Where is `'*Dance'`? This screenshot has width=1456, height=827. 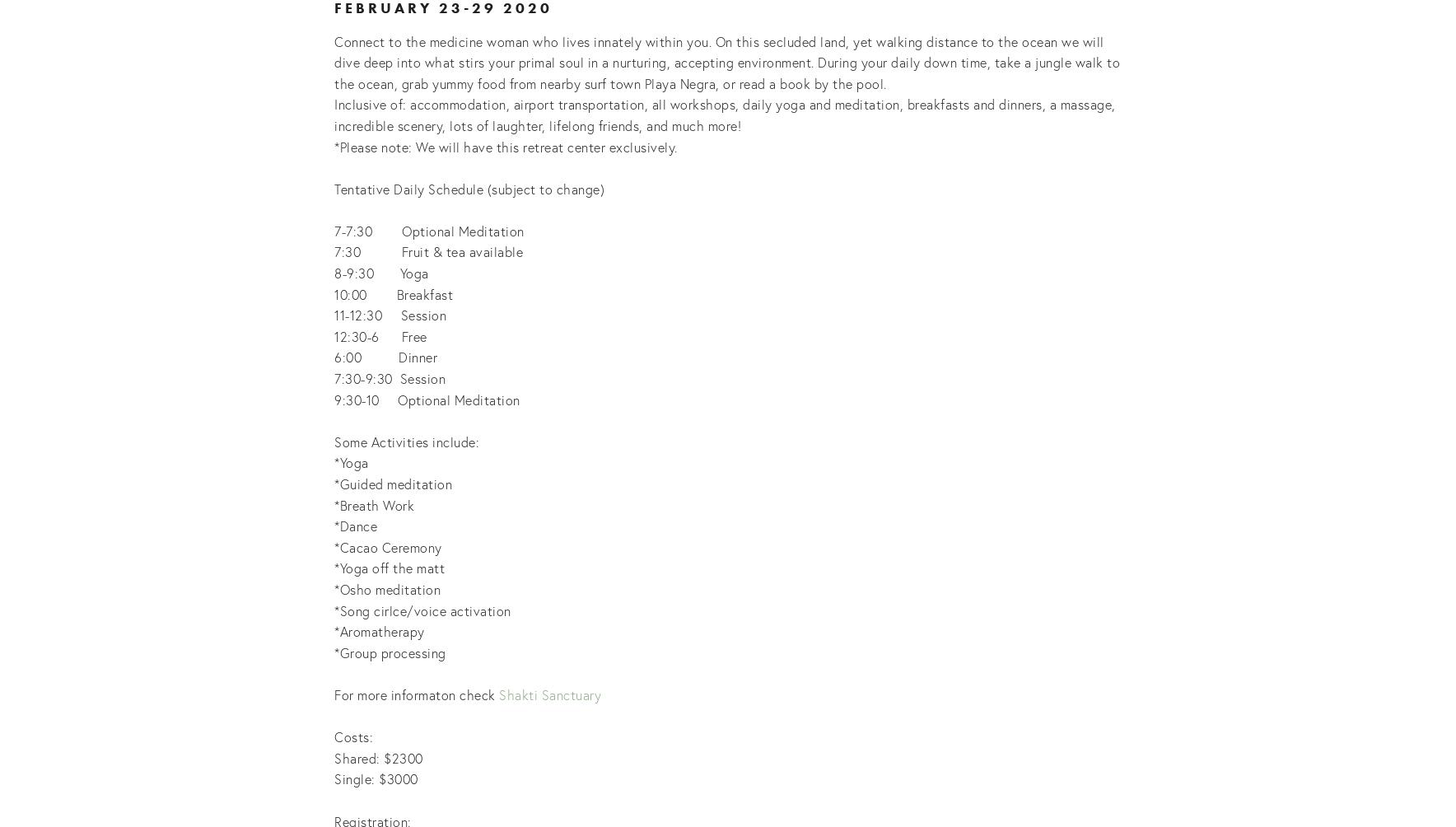
'*Dance' is located at coordinates (355, 525).